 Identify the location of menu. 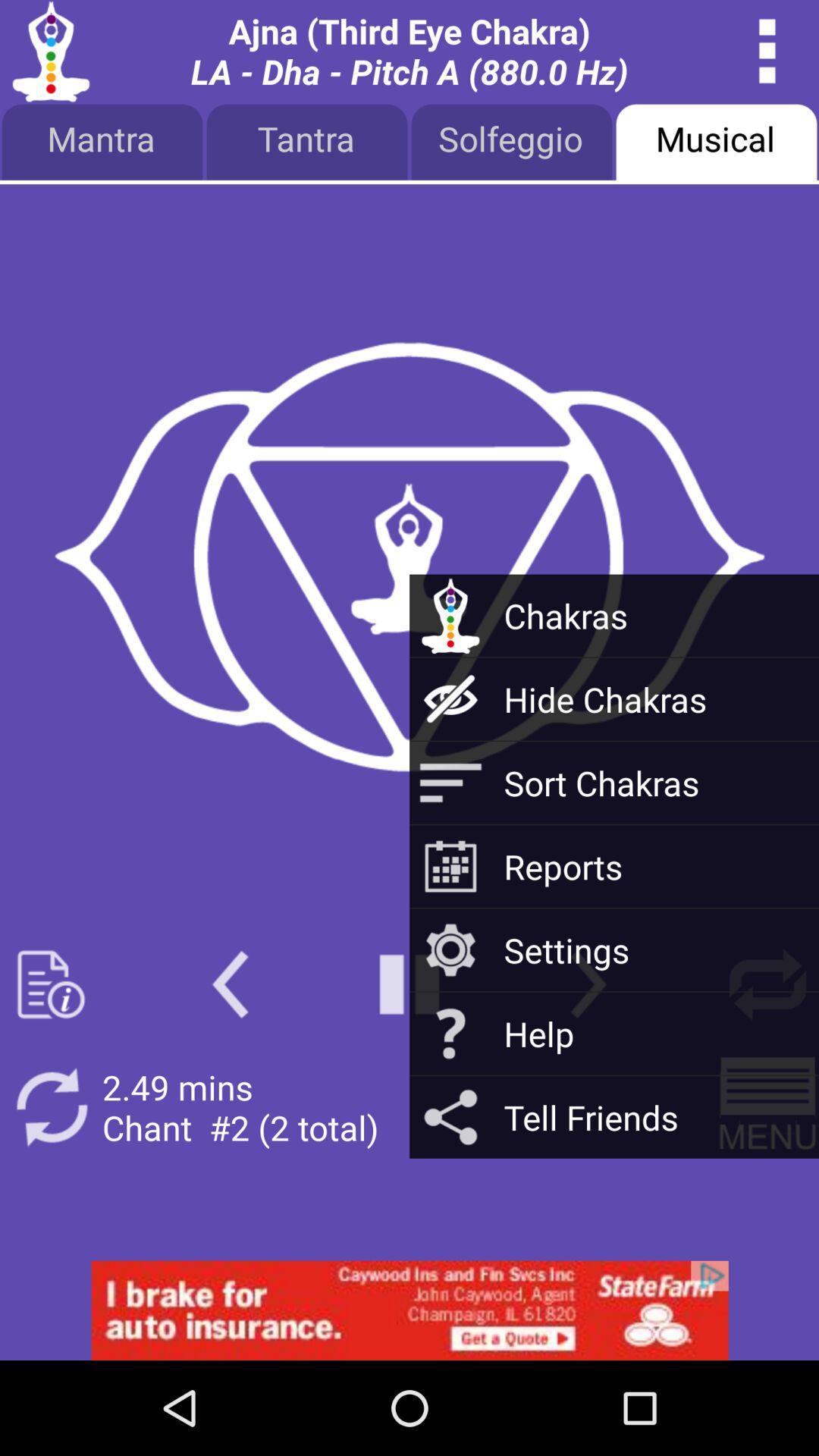
(767, 1107).